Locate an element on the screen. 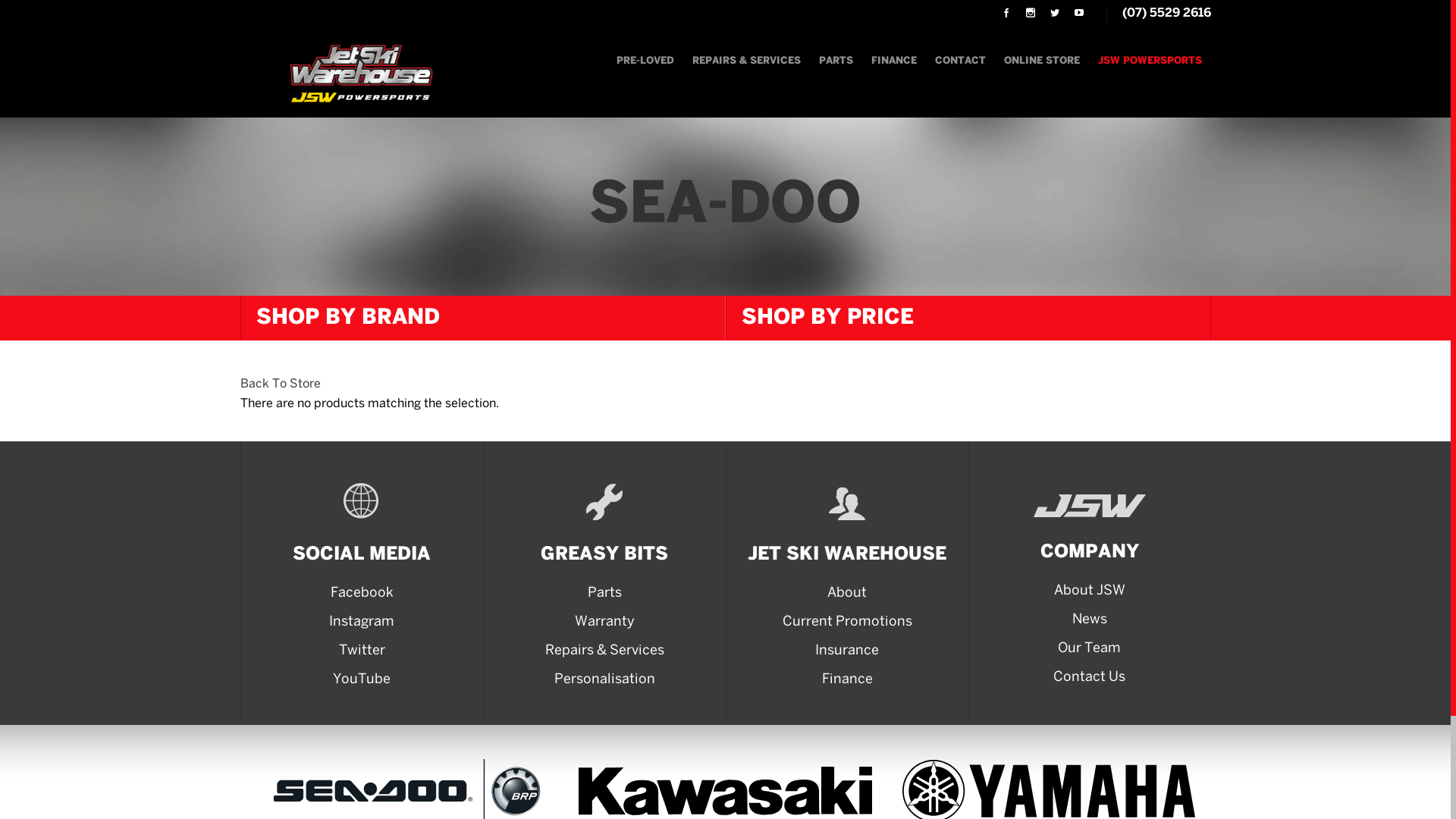 Image resolution: width=1456 pixels, height=819 pixels. 'Twitter' is located at coordinates (361, 651).